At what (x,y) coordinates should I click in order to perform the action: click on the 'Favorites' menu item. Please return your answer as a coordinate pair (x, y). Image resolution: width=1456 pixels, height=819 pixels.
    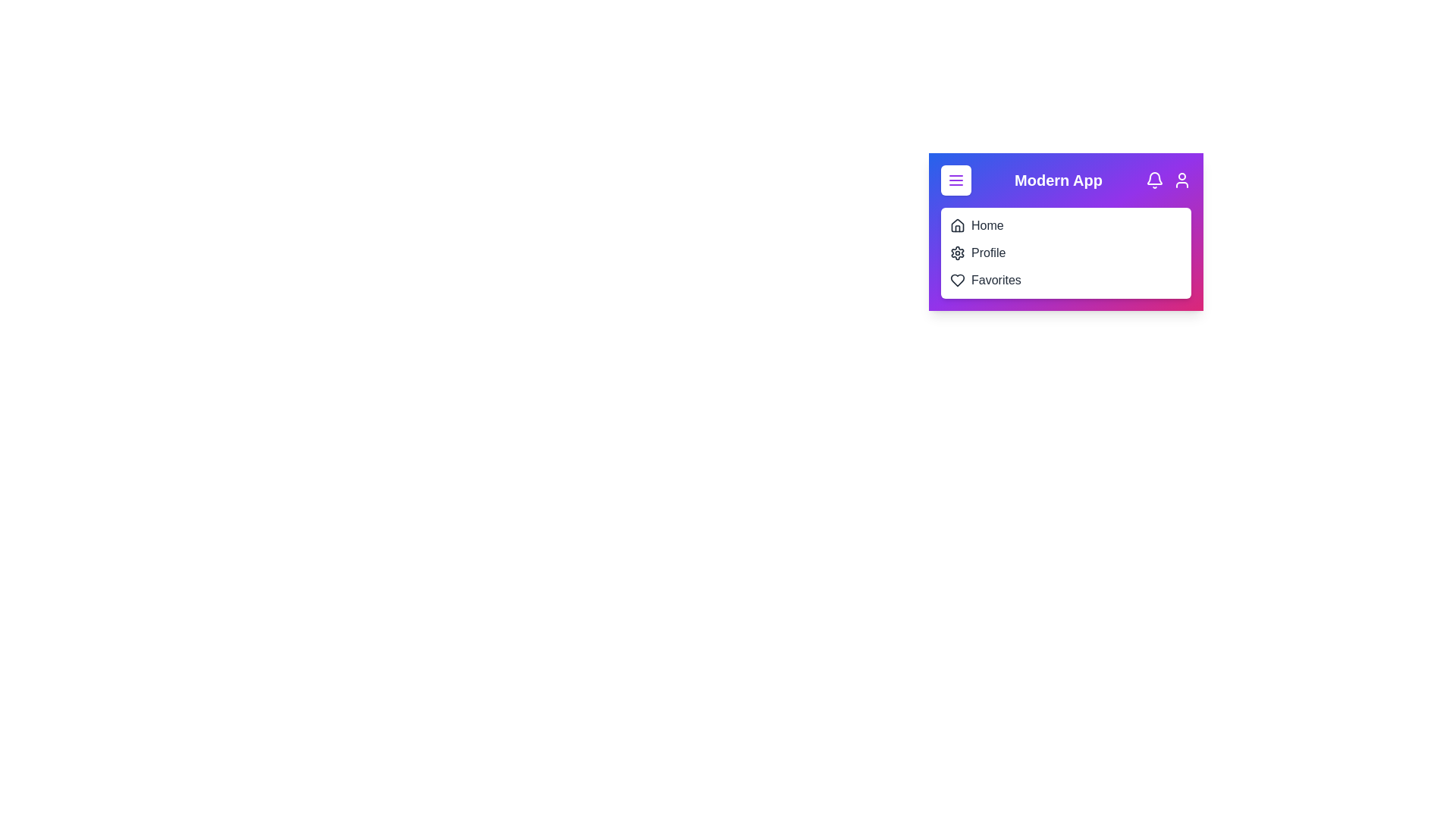
    Looking at the image, I should click on (1065, 281).